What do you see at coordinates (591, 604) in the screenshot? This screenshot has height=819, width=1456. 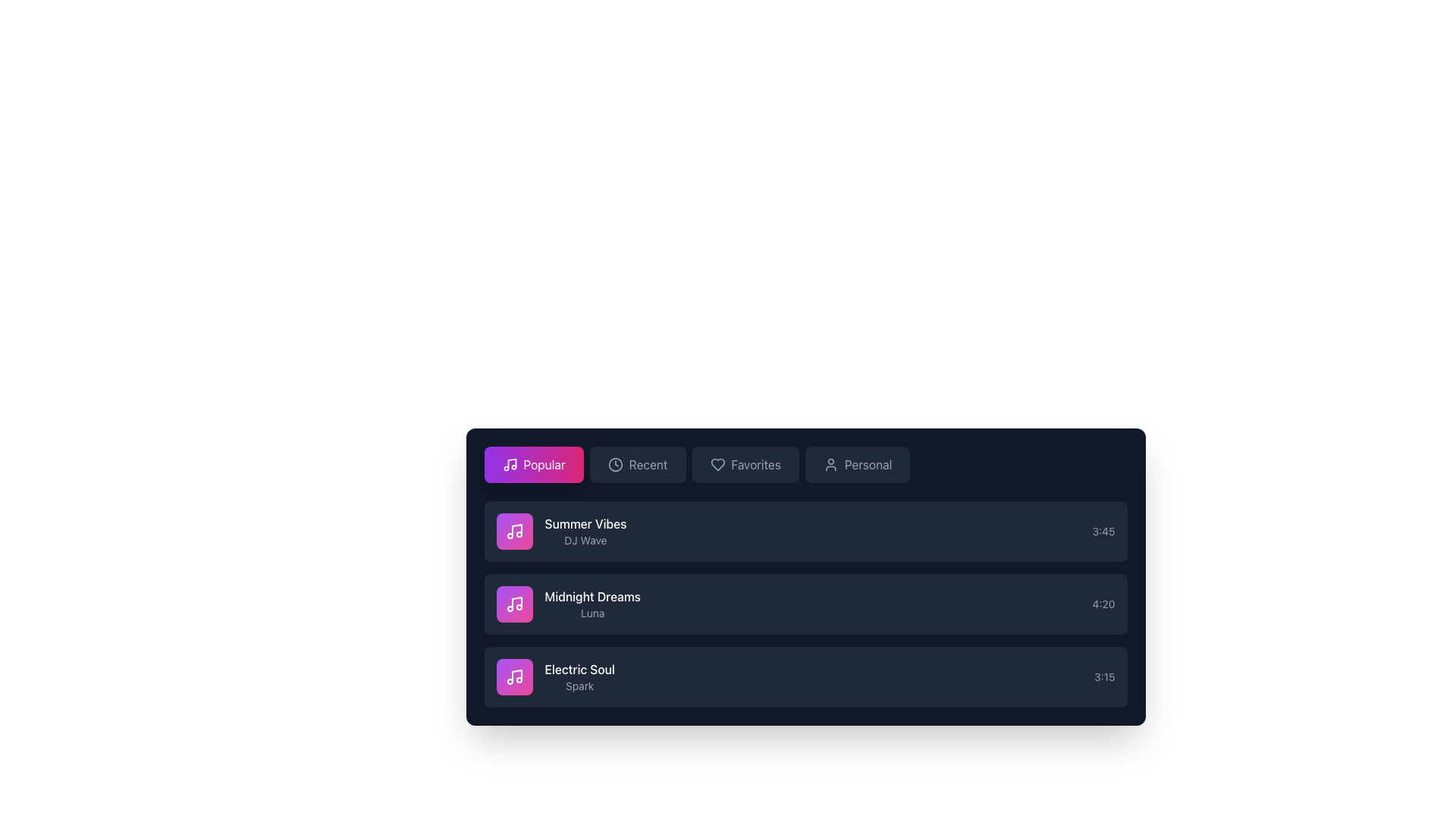 I see `the text label displaying 'Midnight Dreams' and 'Luna', which is centrally located to the right of a pink music icon and is the second entry in a vertical list of song titles` at bounding box center [591, 604].